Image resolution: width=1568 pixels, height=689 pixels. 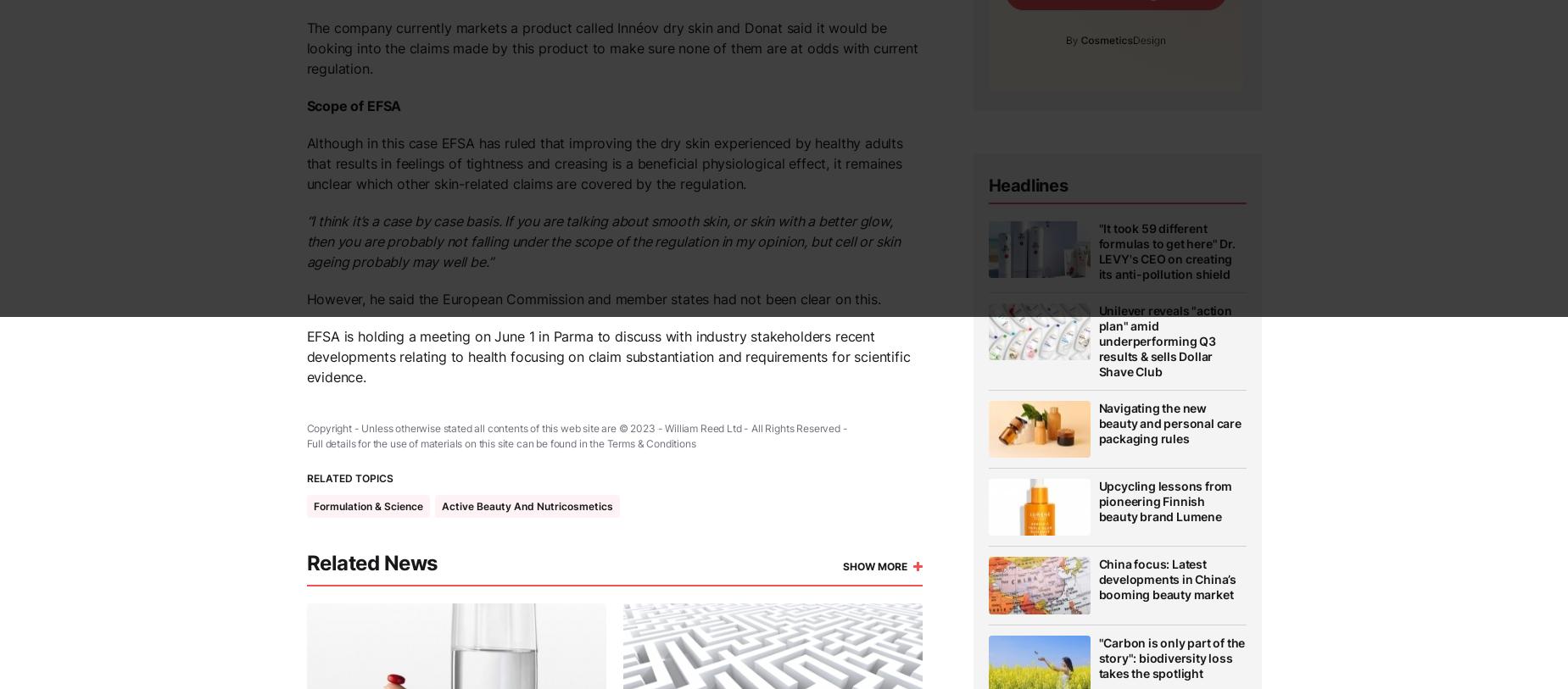 I want to click on 'Formulation & Science', so click(x=366, y=506).